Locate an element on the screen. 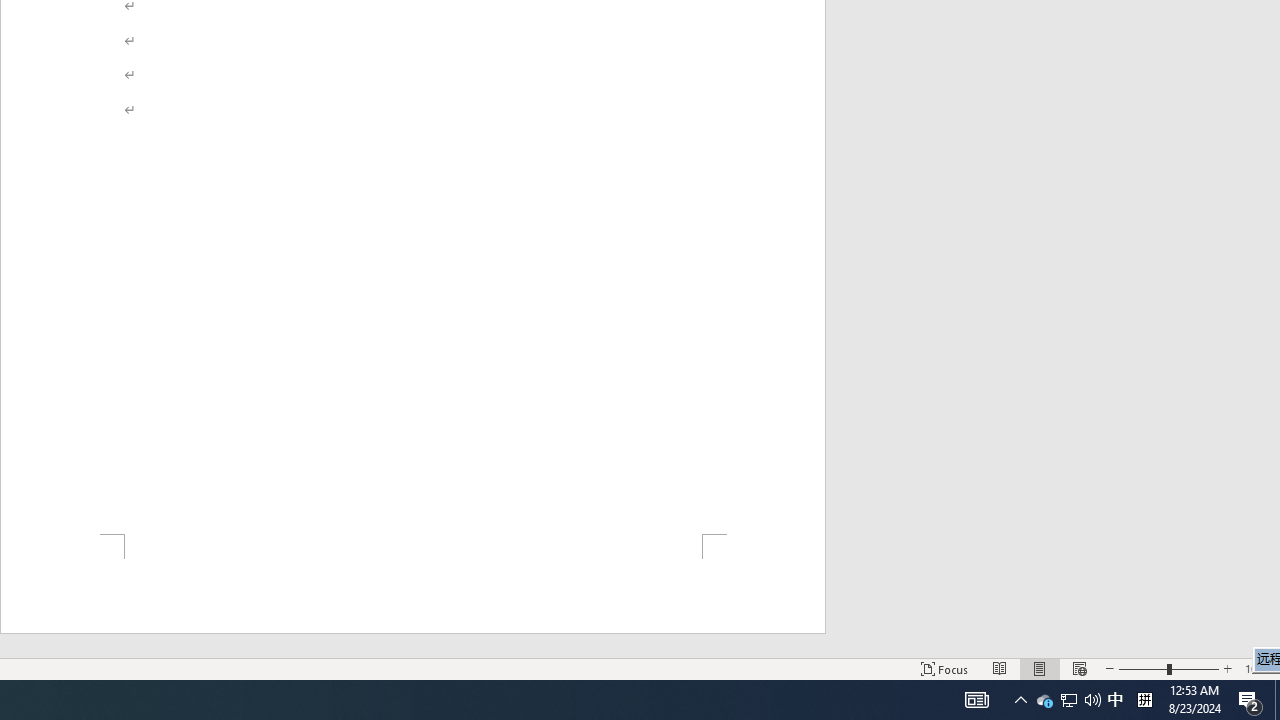 The image size is (1280, 720). 'Zoom In' is located at coordinates (1226, 669).